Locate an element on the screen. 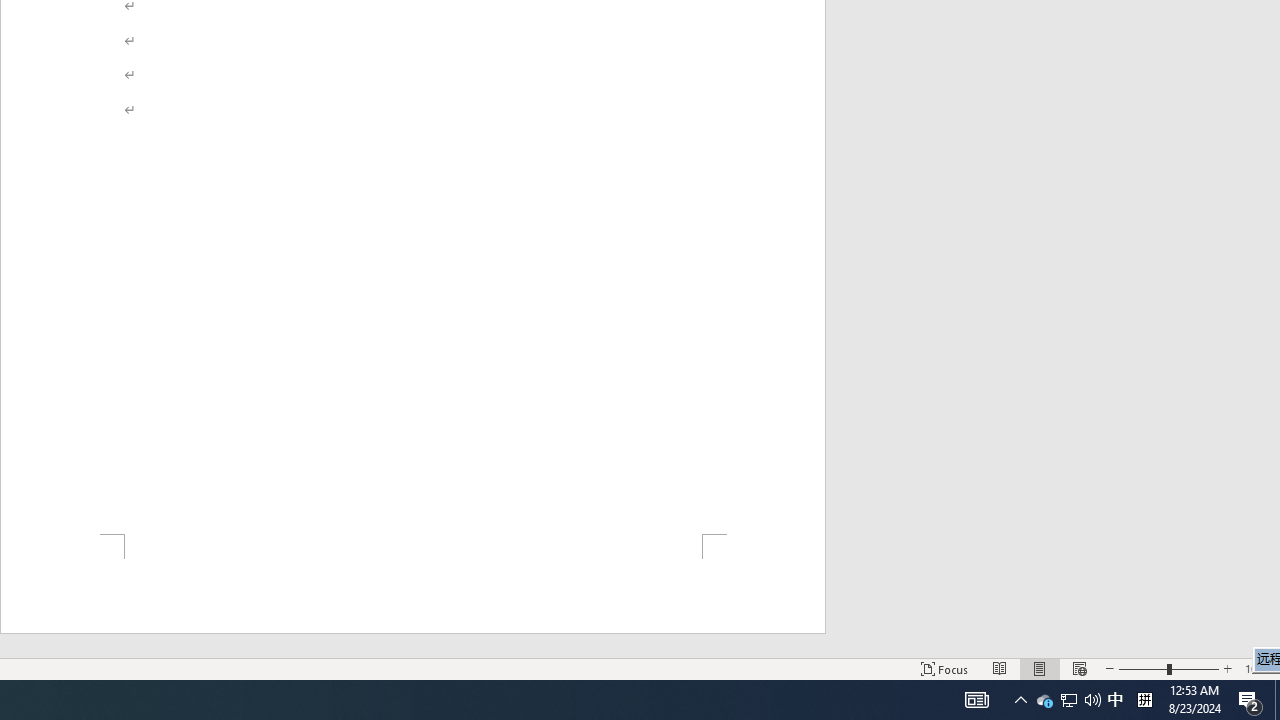 The image size is (1280, 720). 'Zoom In' is located at coordinates (1226, 669).